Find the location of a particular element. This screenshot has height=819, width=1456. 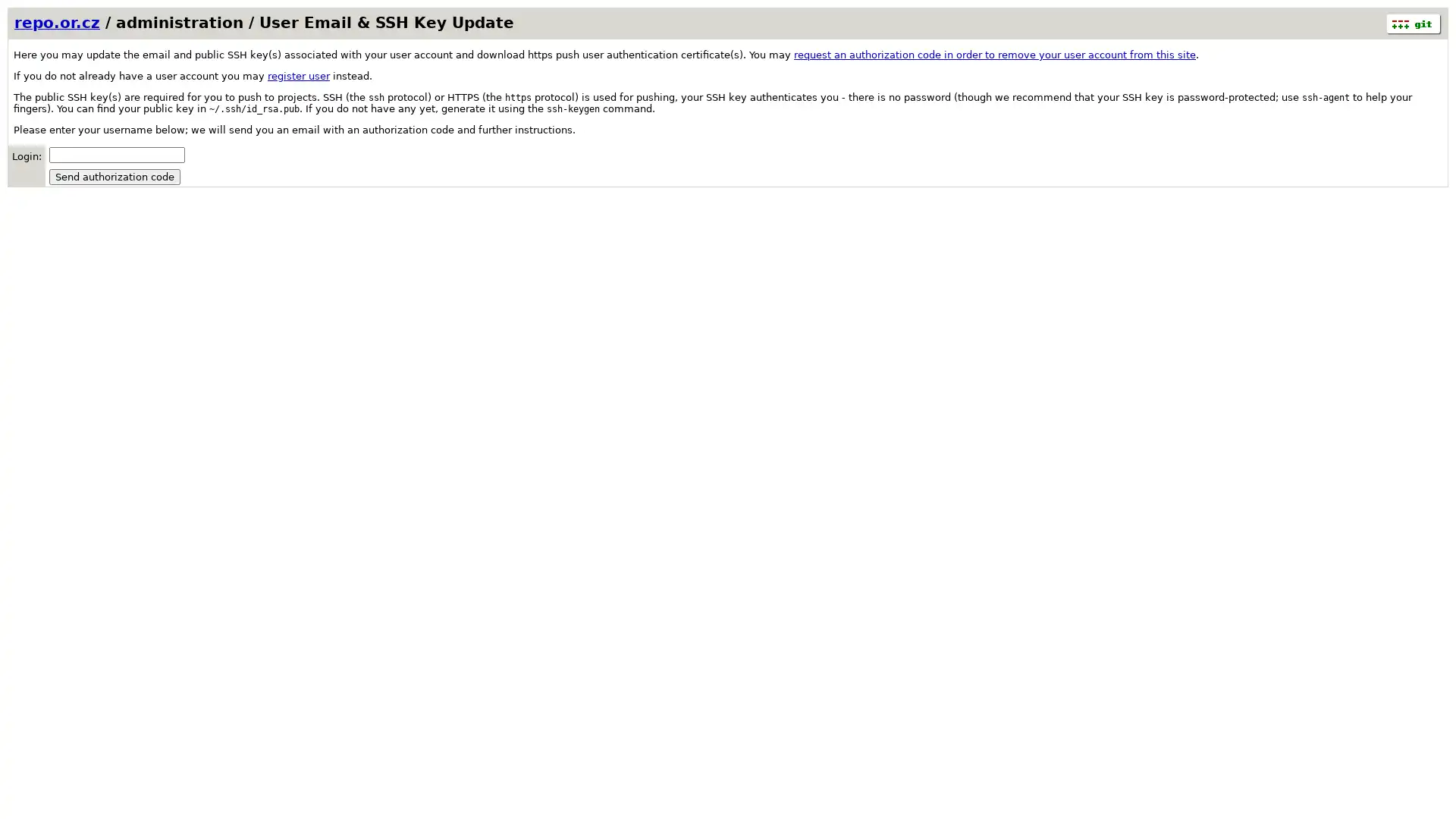

Send authorization code is located at coordinates (114, 175).